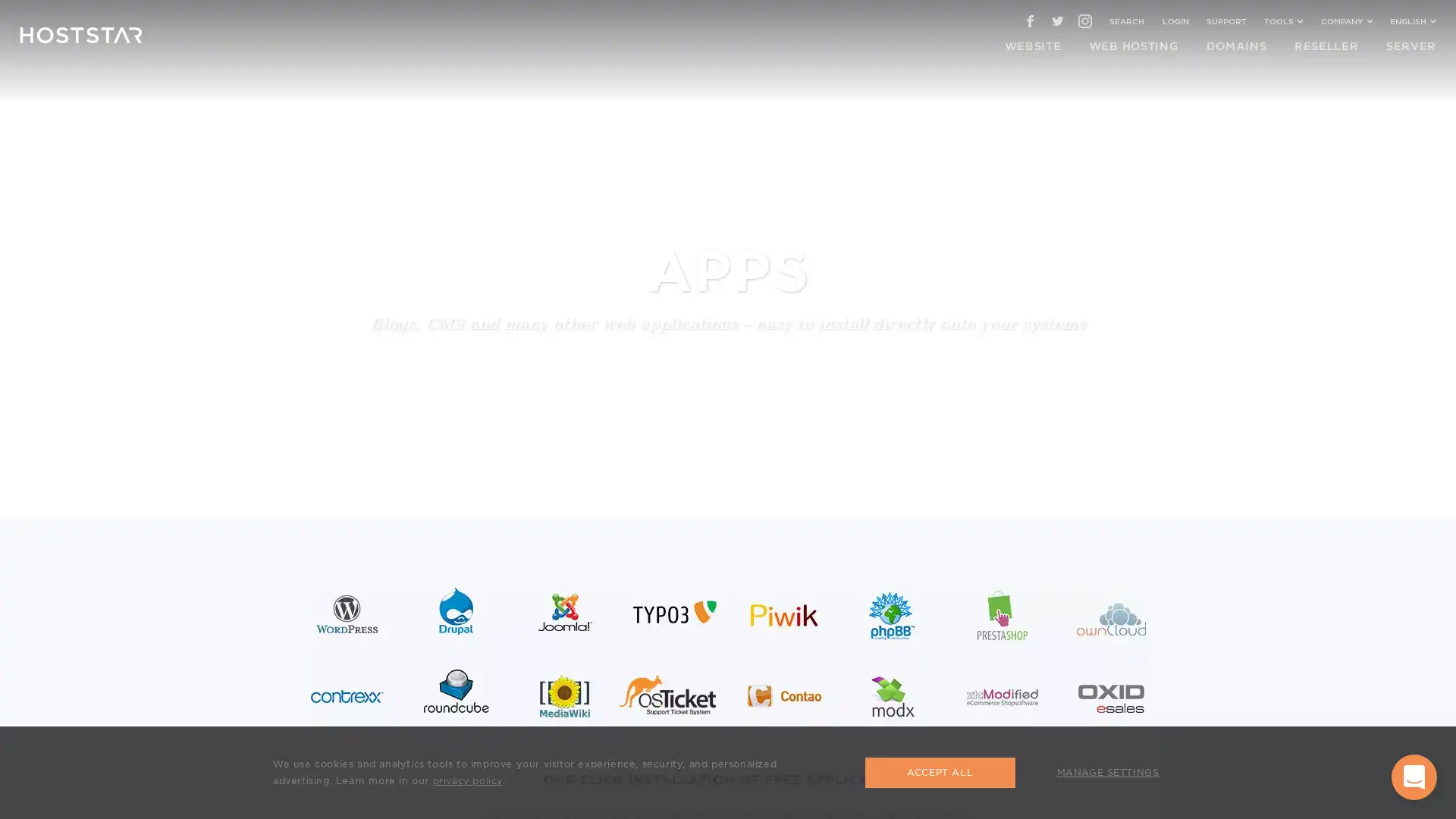  What do you see at coordinates (1414, 777) in the screenshot?
I see `Open Intercom Messenger` at bounding box center [1414, 777].